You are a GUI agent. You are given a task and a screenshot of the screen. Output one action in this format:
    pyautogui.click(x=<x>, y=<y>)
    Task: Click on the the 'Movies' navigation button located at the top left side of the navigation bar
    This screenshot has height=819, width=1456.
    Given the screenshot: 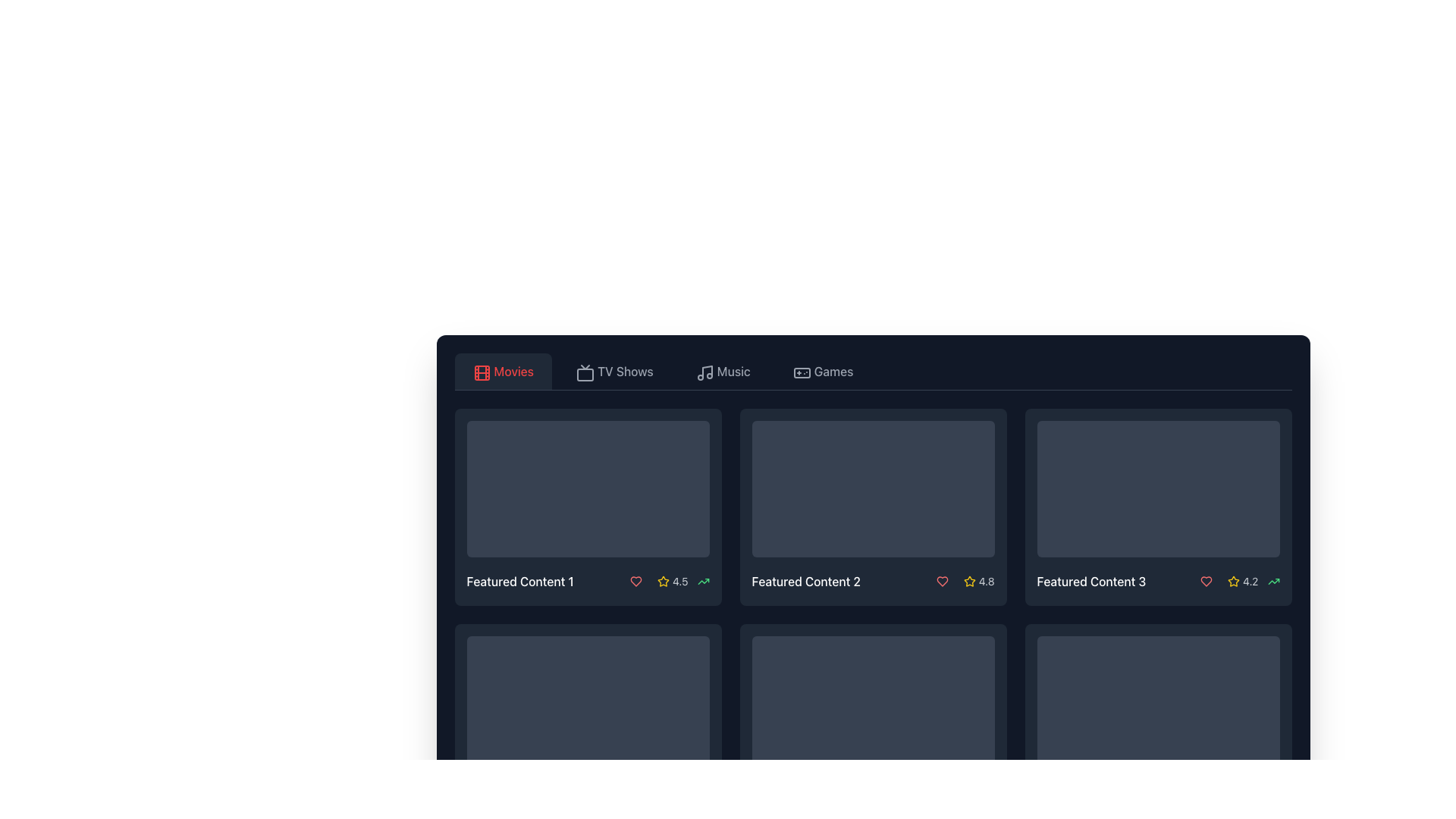 What is the action you would take?
    pyautogui.click(x=503, y=371)
    